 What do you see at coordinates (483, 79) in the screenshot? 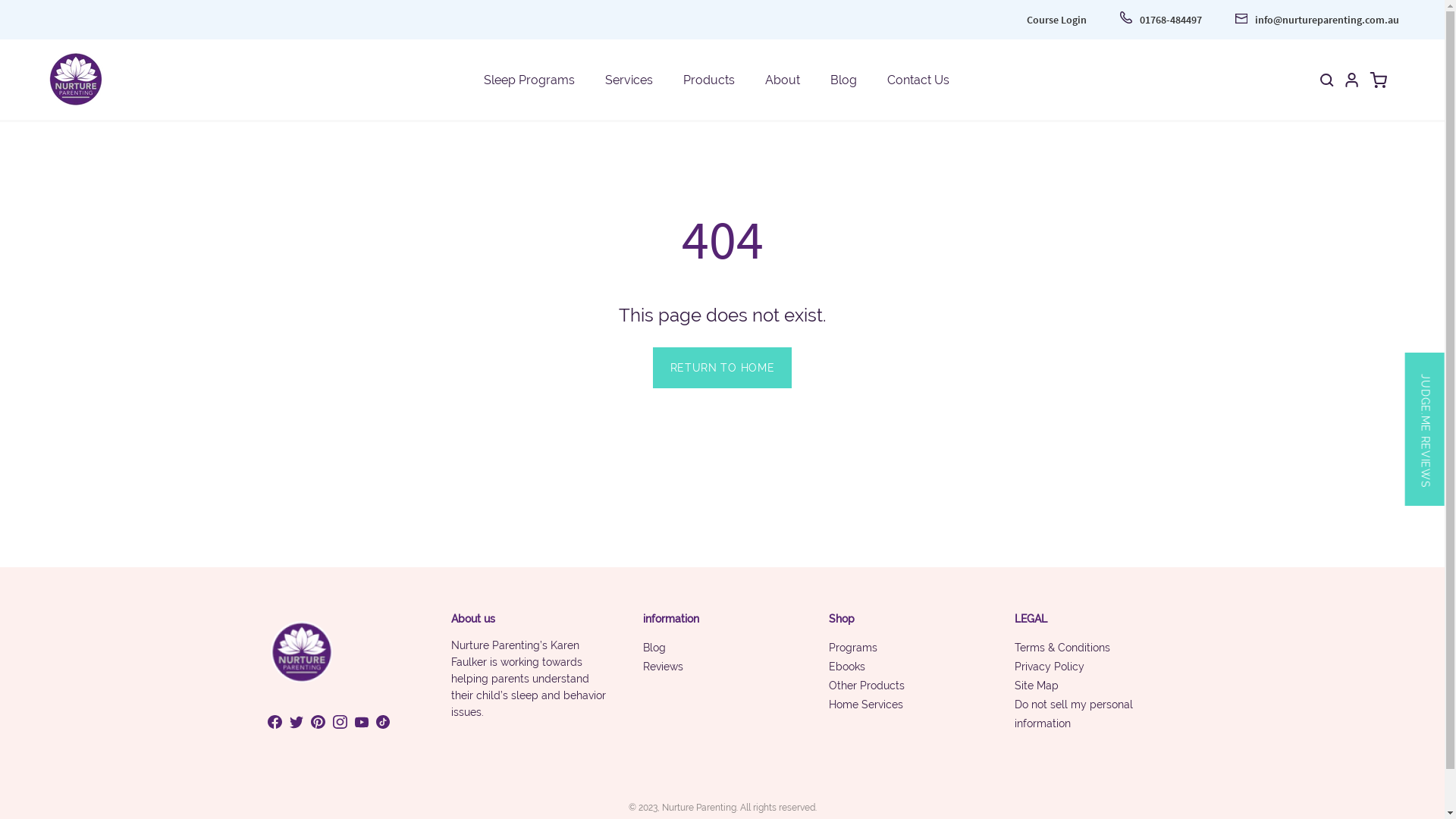
I see `'Sleep Programs'` at bounding box center [483, 79].